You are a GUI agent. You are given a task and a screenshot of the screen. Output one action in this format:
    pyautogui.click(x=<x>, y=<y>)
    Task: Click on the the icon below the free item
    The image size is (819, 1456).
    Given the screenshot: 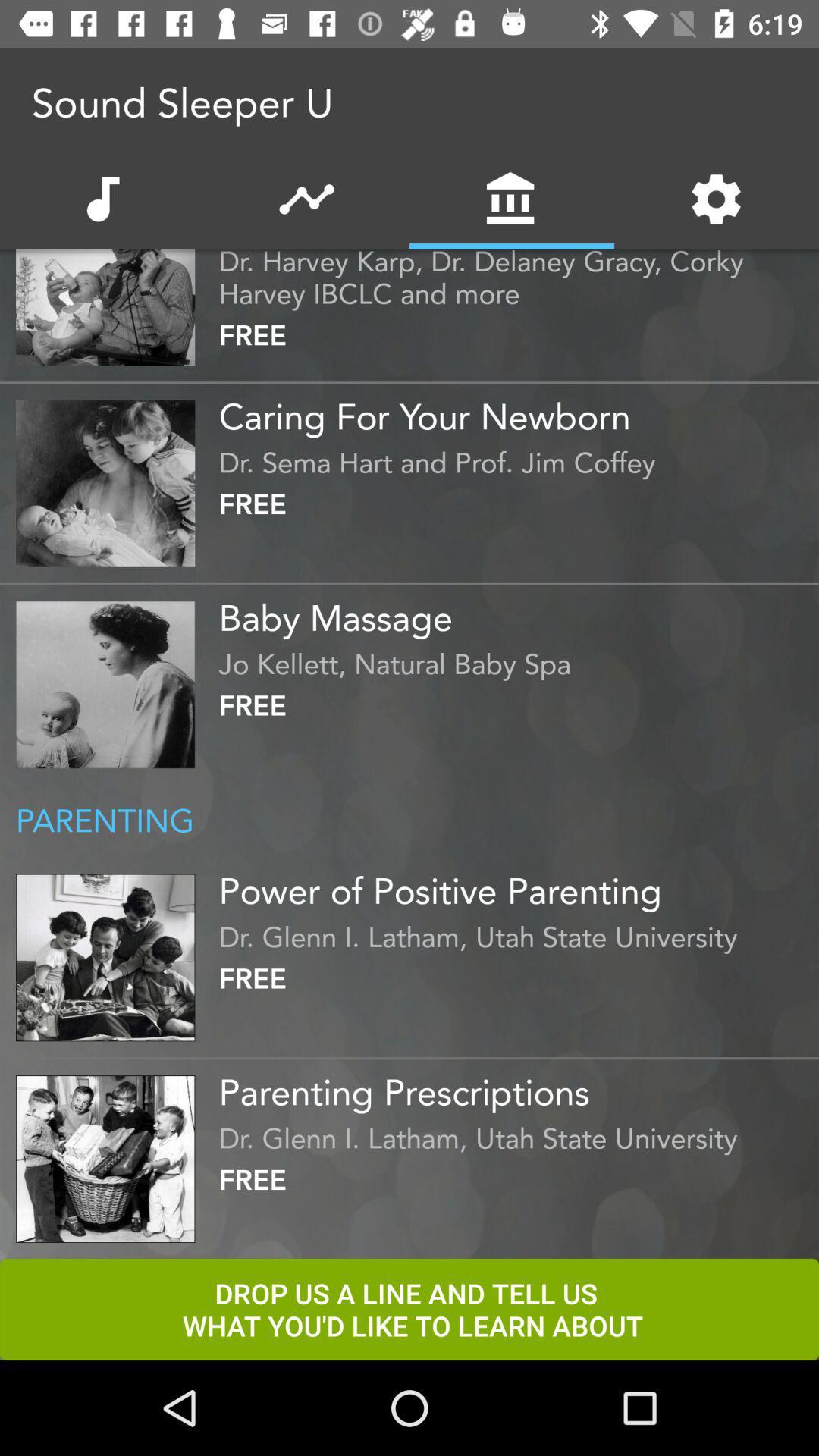 What is the action you would take?
    pyautogui.click(x=514, y=612)
    